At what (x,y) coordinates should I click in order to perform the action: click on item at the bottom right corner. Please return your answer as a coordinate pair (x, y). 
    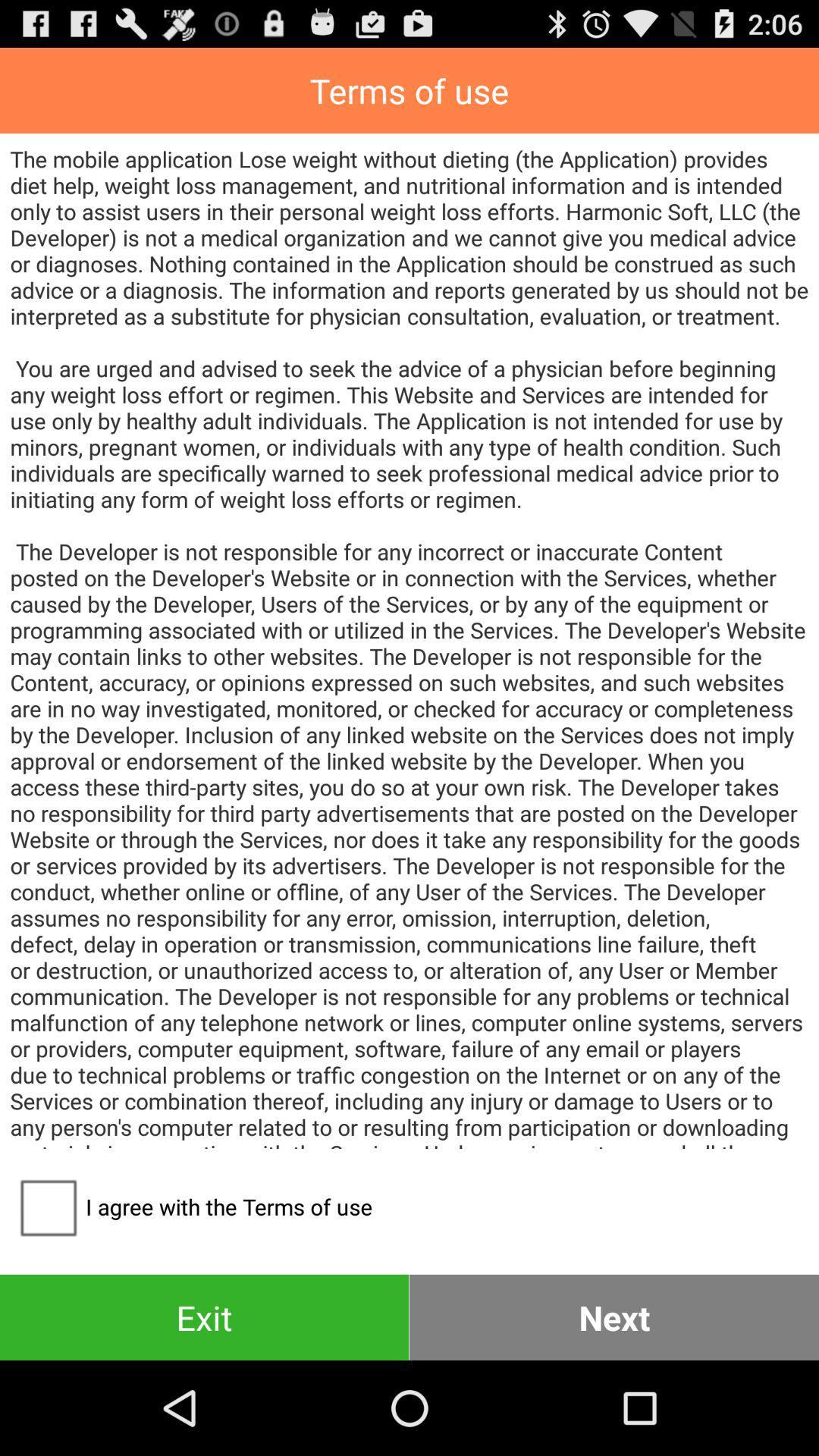
    Looking at the image, I should click on (614, 1316).